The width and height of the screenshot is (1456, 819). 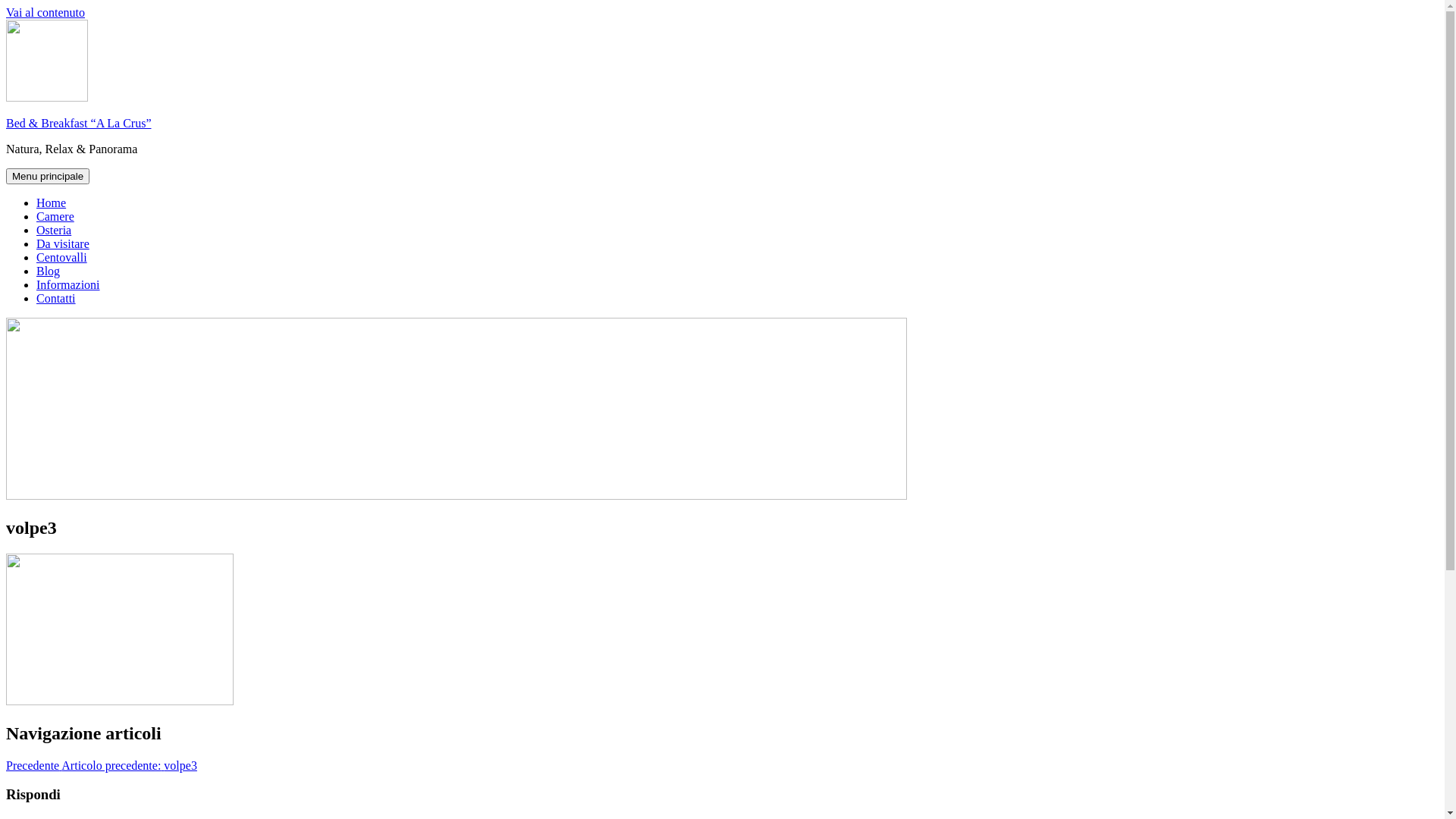 I want to click on 'Centovalli', so click(x=36, y=256).